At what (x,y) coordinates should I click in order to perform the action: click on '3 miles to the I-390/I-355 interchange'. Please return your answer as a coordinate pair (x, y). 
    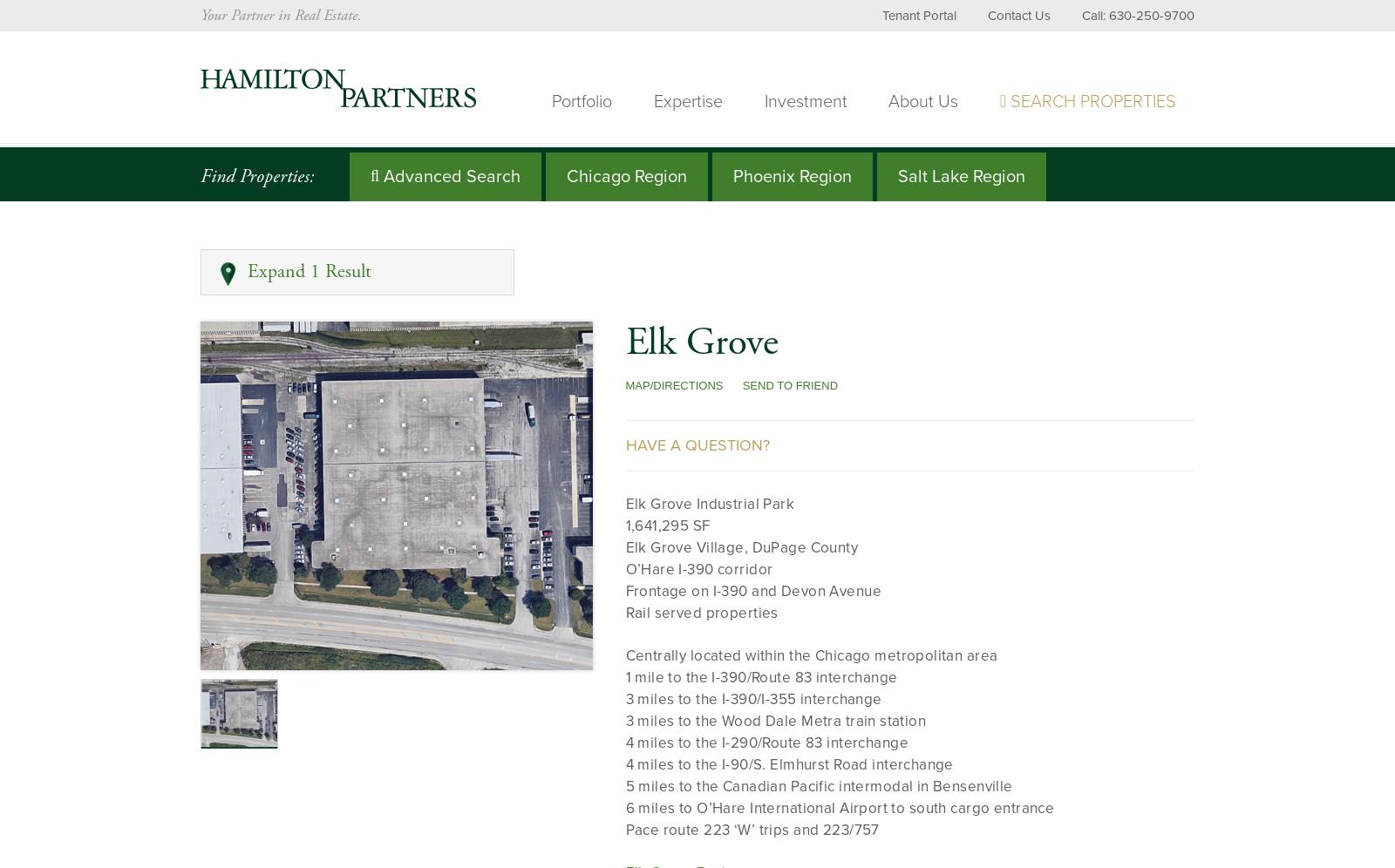
    Looking at the image, I should click on (752, 697).